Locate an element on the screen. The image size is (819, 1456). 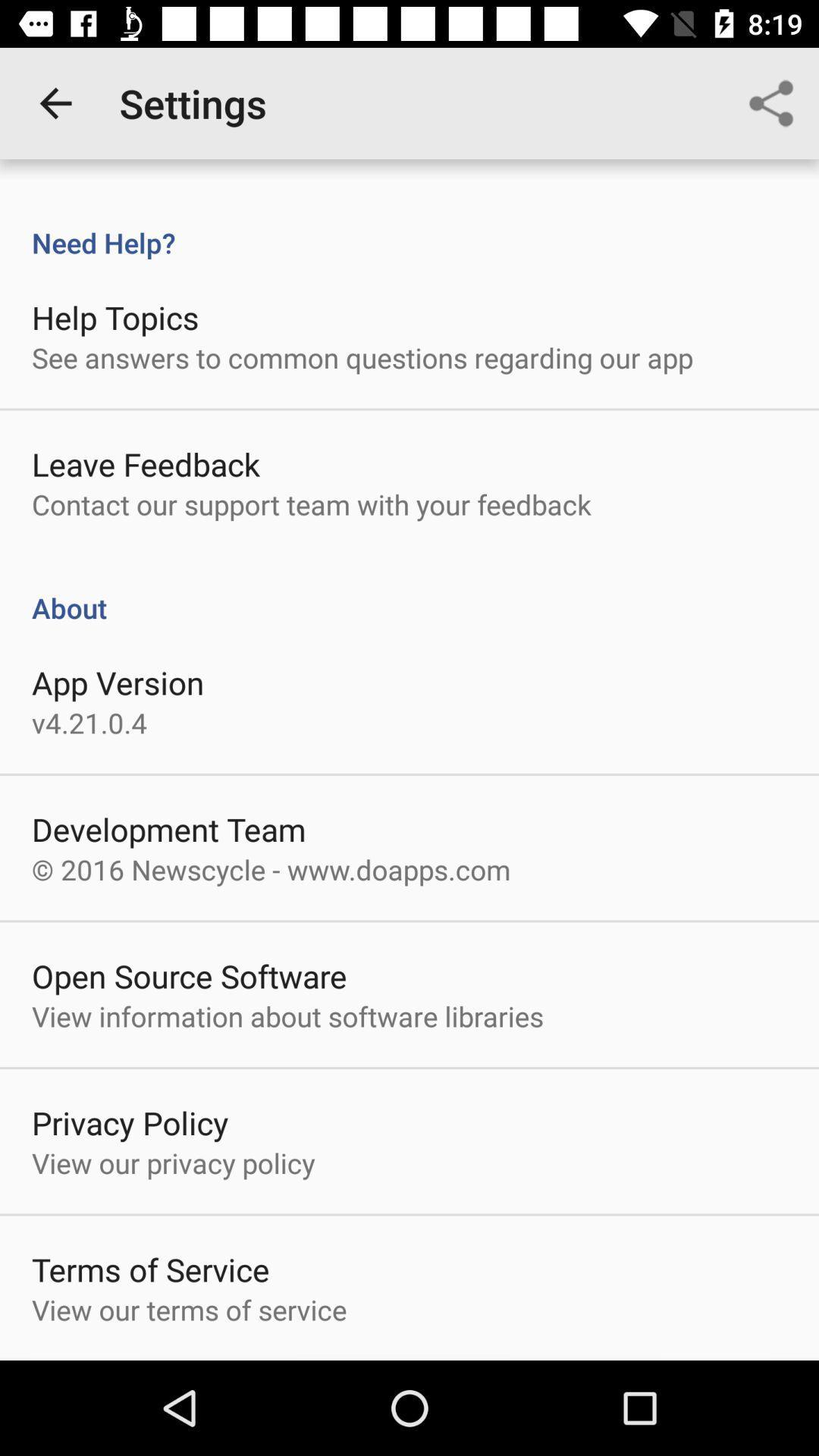
icon above 2016 newscycle www icon is located at coordinates (168, 828).